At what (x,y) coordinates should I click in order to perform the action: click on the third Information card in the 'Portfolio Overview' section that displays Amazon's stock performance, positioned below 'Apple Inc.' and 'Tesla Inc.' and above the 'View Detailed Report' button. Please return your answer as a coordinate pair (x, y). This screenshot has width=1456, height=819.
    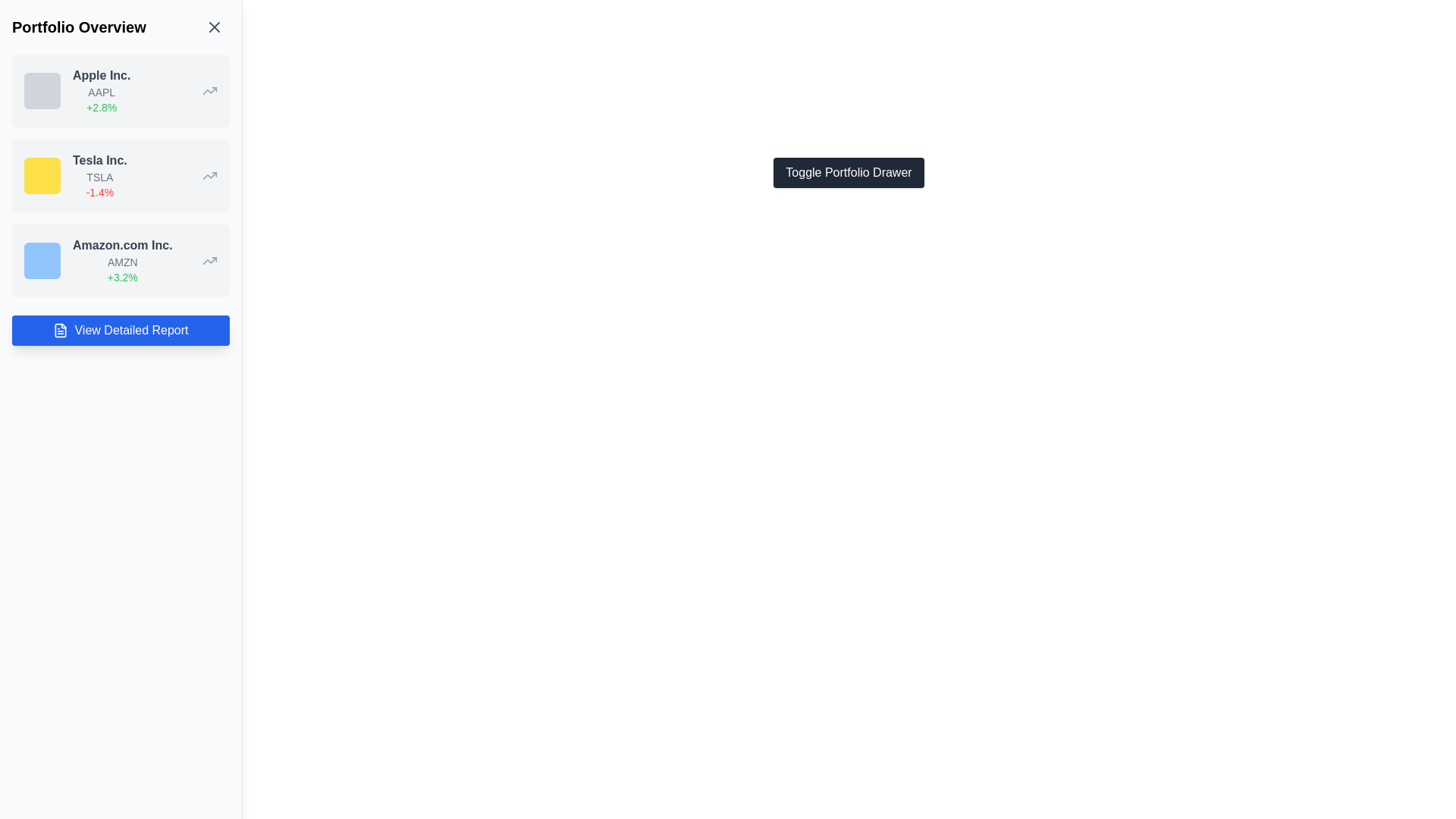
    Looking at the image, I should click on (120, 259).